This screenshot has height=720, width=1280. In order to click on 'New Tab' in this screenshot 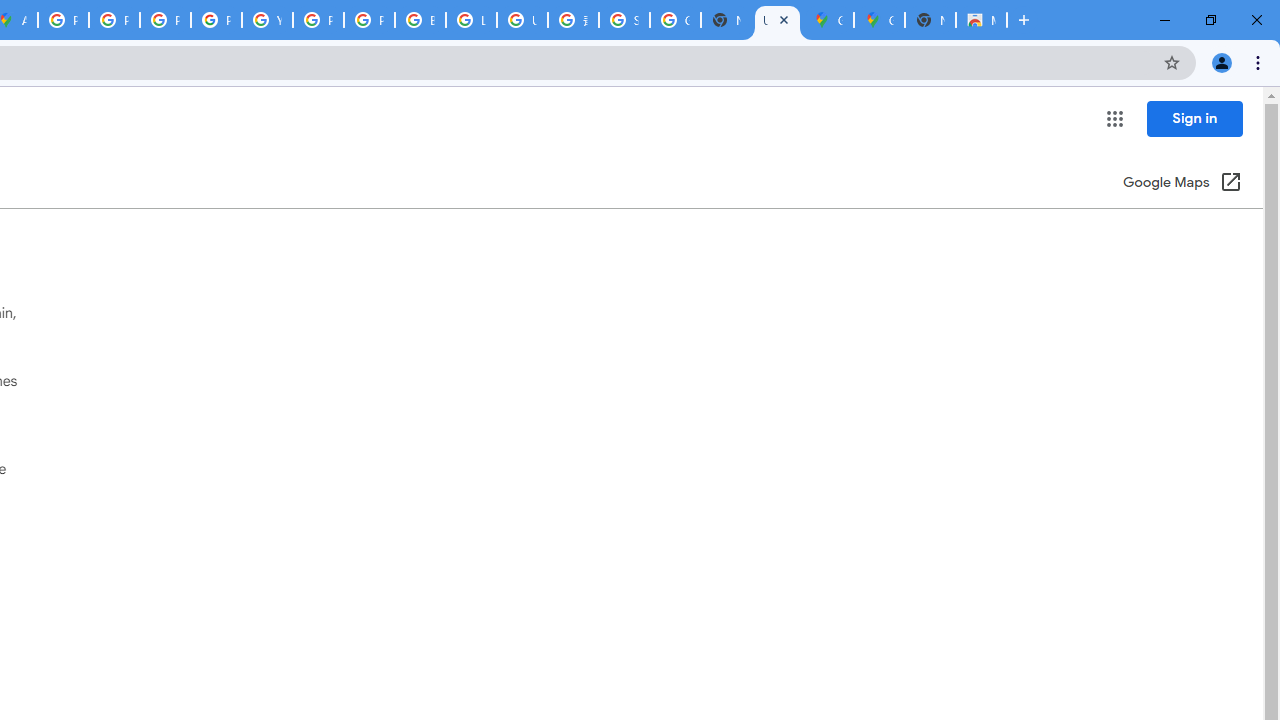, I will do `click(929, 20)`.